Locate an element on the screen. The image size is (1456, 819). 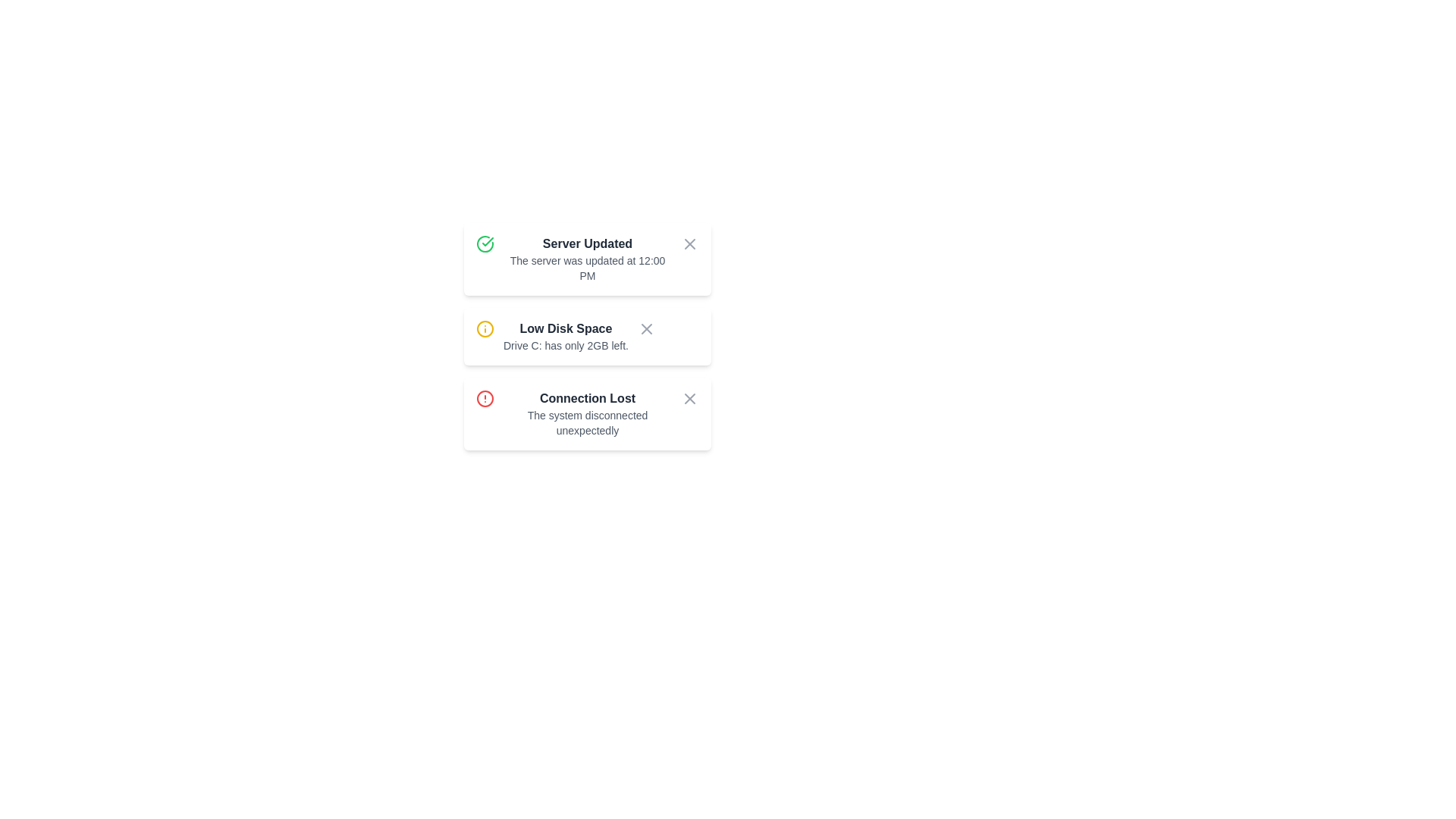
the small 'X' icon in the top-right corner of the 'Low Disk Space' notification is located at coordinates (646, 328).